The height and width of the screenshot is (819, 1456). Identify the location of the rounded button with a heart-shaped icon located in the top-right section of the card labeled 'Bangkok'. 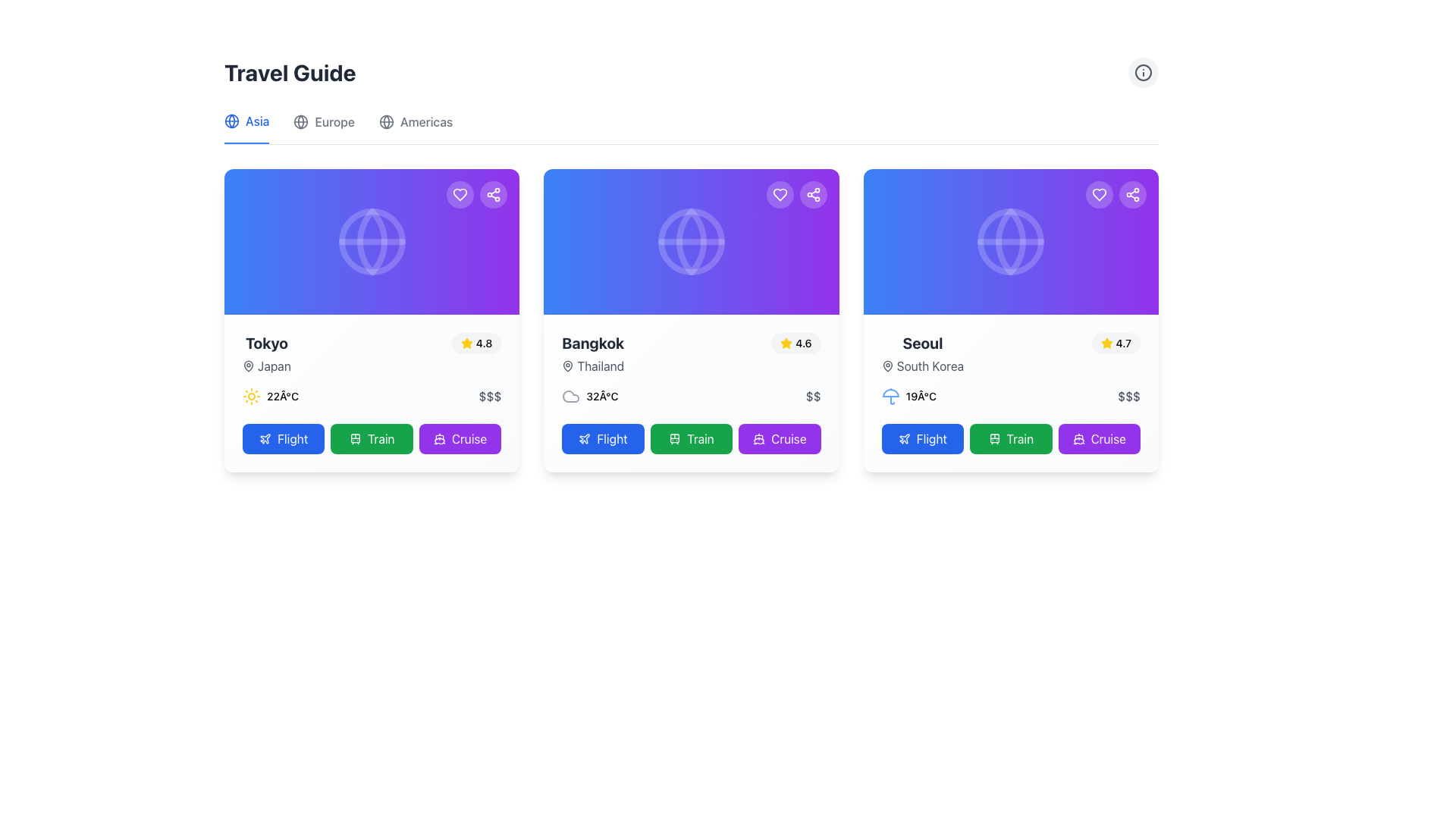
(780, 194).